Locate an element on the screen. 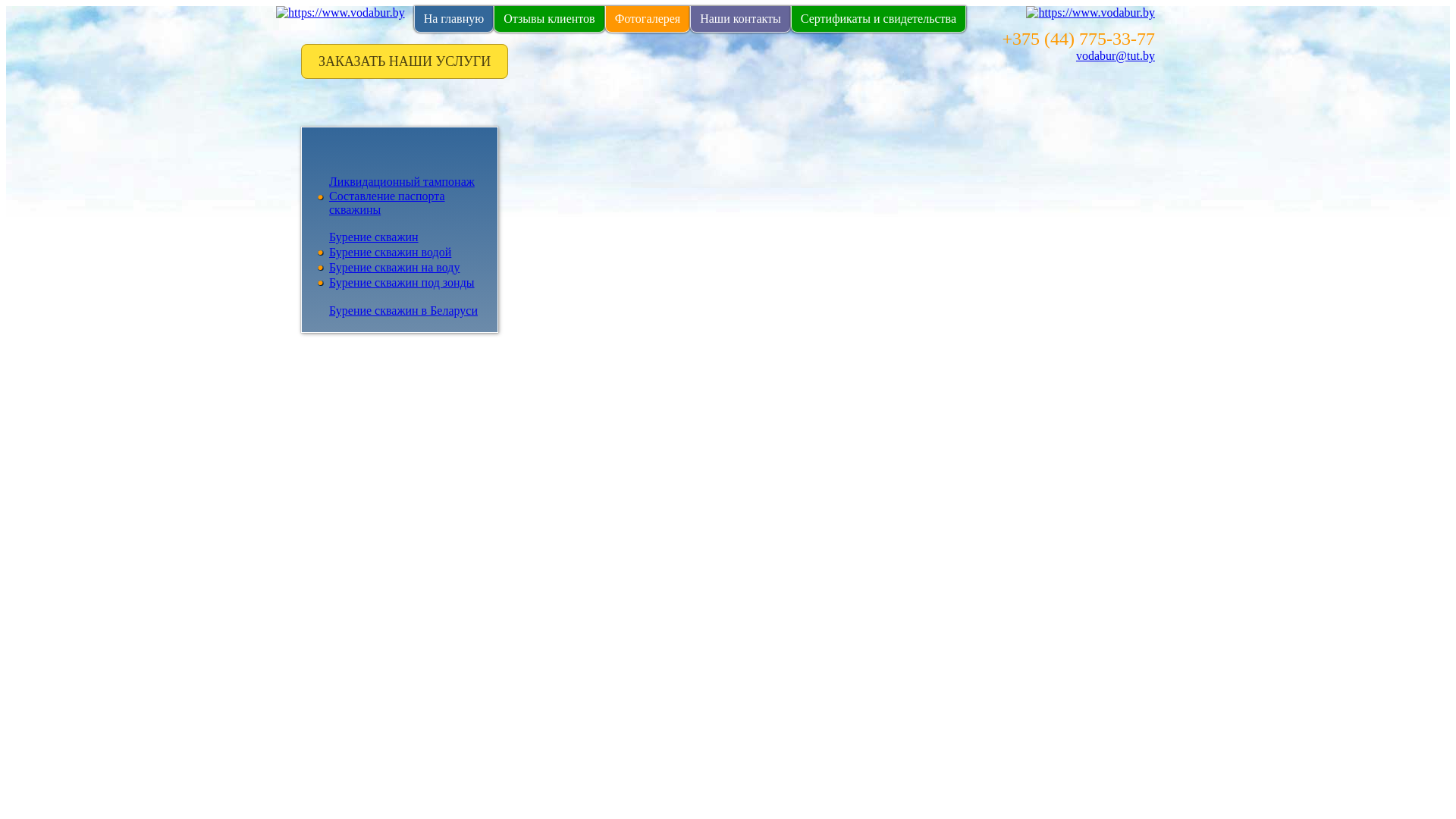 The image size is (1456, 819). 'https://www.vodabur.by' is located at coordinates (340, 12).